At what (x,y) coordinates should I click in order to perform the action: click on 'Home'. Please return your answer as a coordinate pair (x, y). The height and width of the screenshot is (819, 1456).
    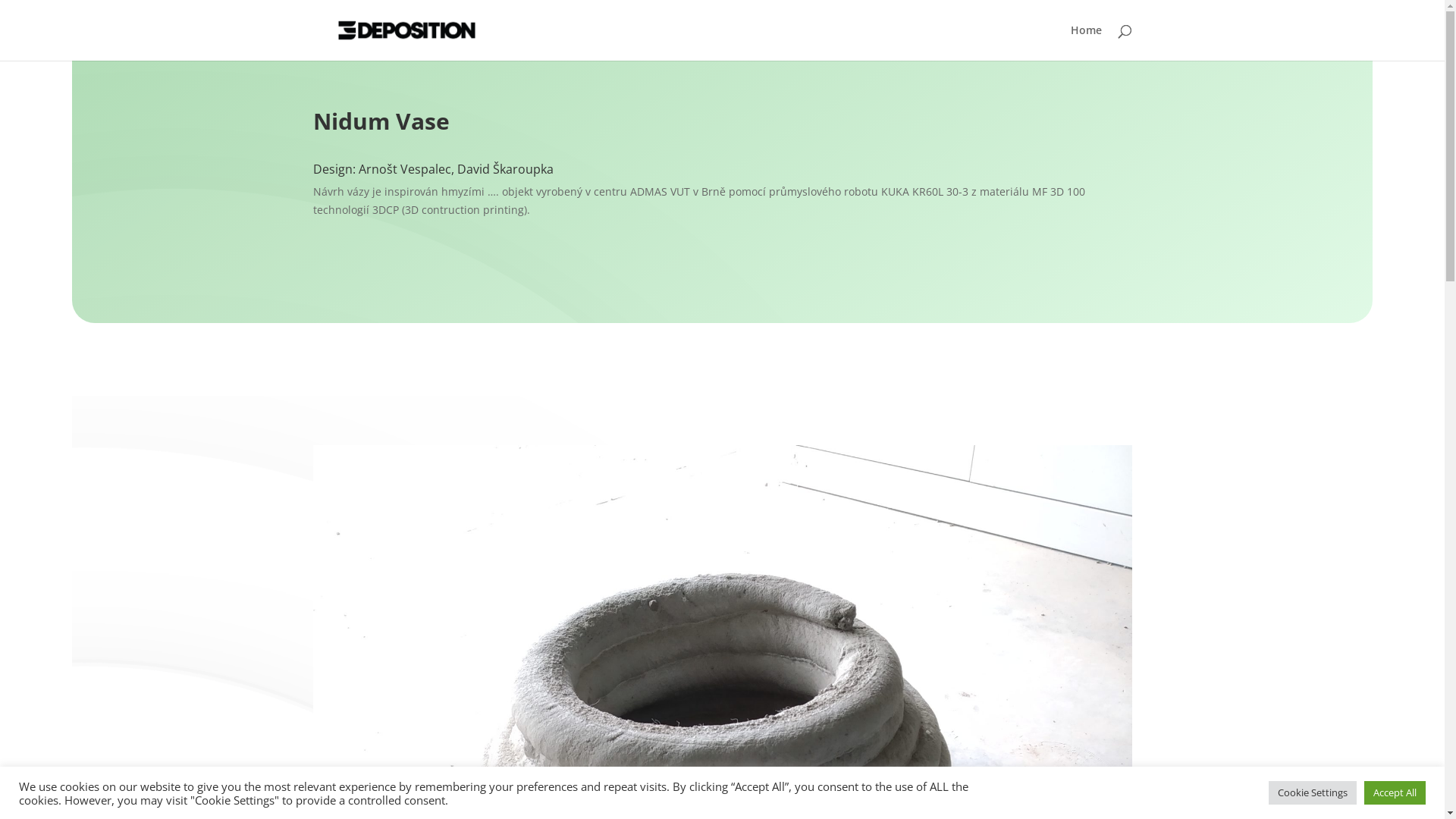
    Looking at the image, I should click on (1085, 42).